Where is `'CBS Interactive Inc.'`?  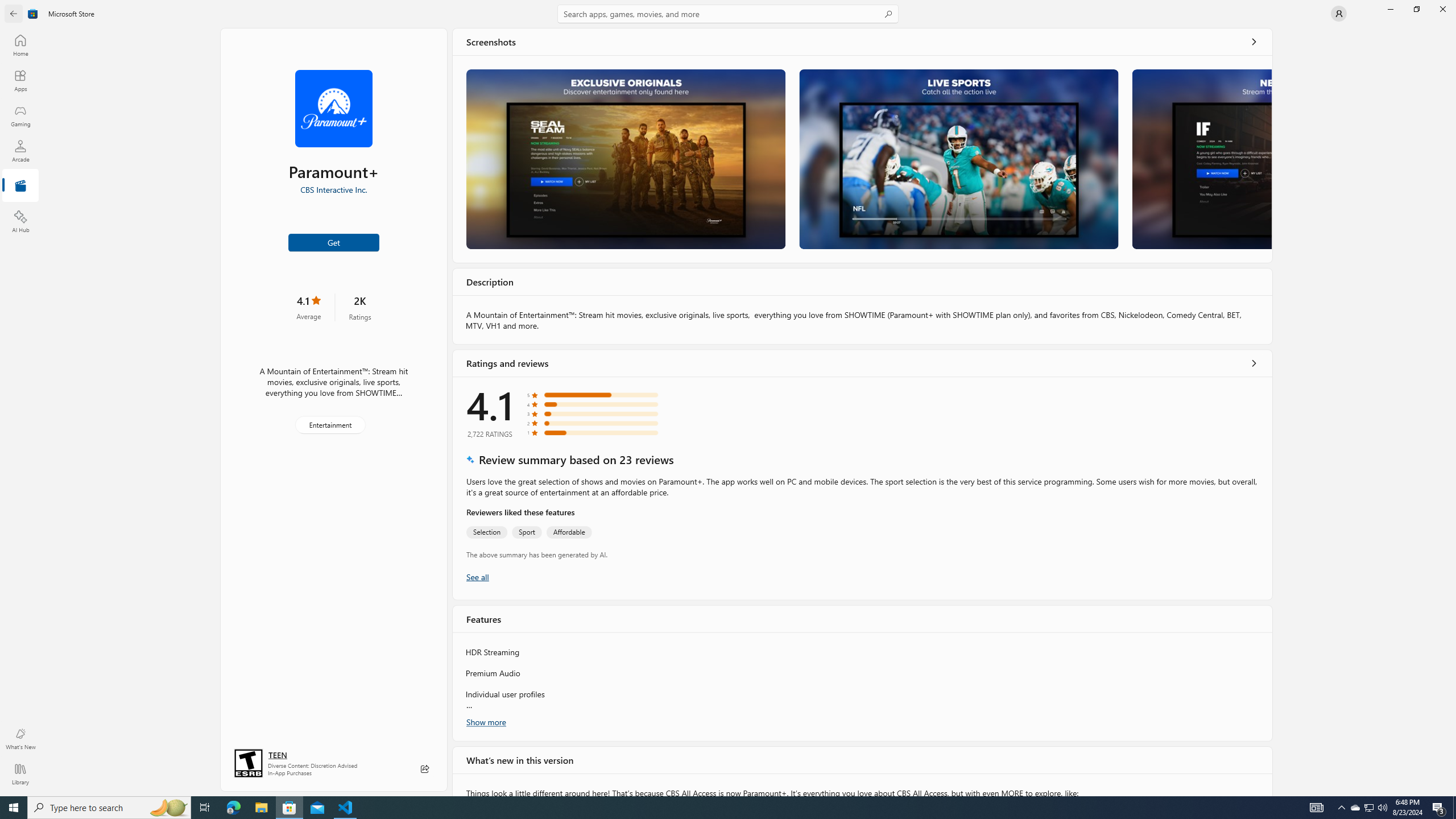
'CBS Interactive Inc.' is located at coordinates (333, 189).